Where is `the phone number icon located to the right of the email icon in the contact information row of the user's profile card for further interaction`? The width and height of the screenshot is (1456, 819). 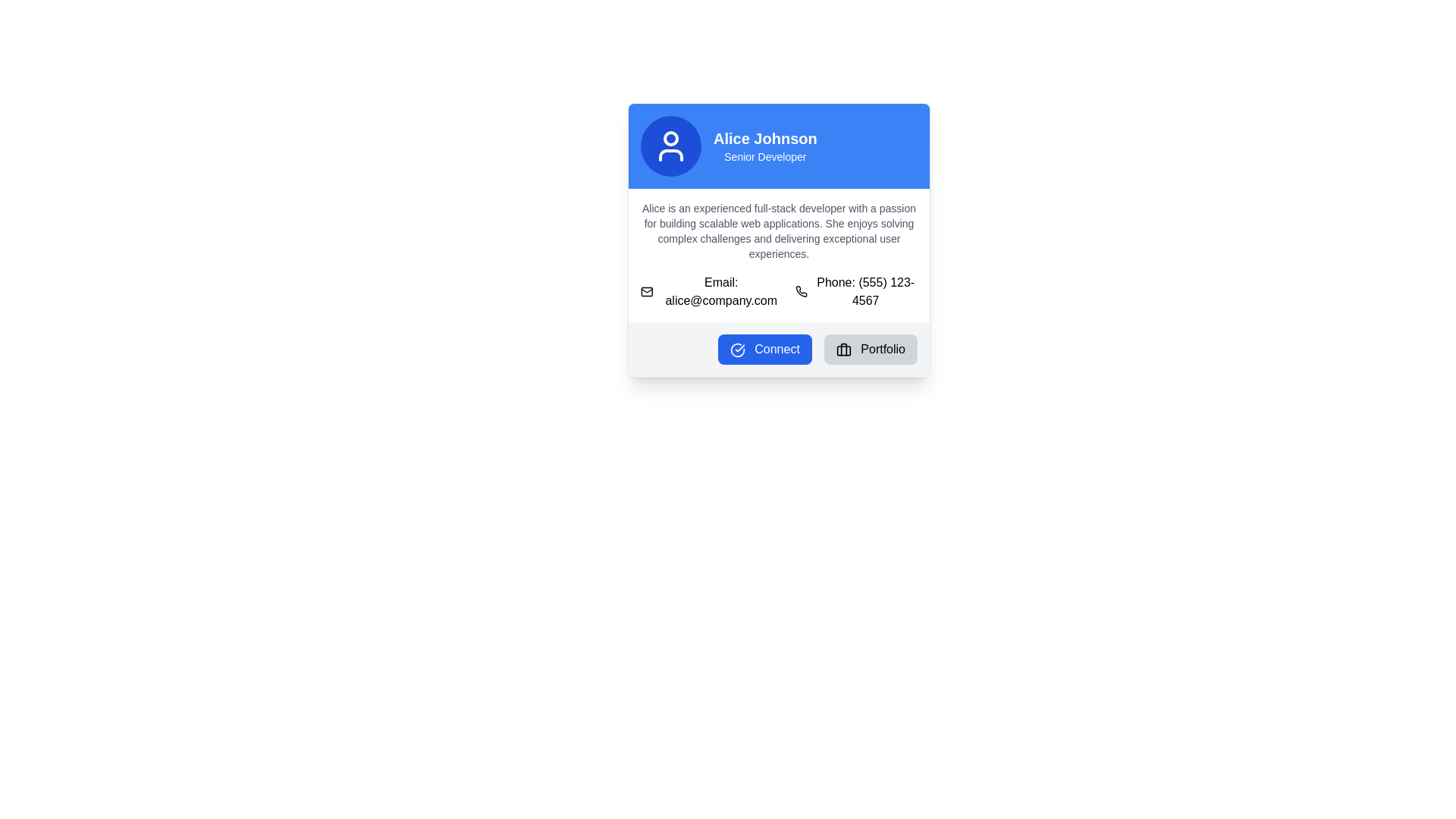 the phone number icon located to the right of the email icon in the contact information row of the user's profile card for further interaction is located at coordinates (801, 292).